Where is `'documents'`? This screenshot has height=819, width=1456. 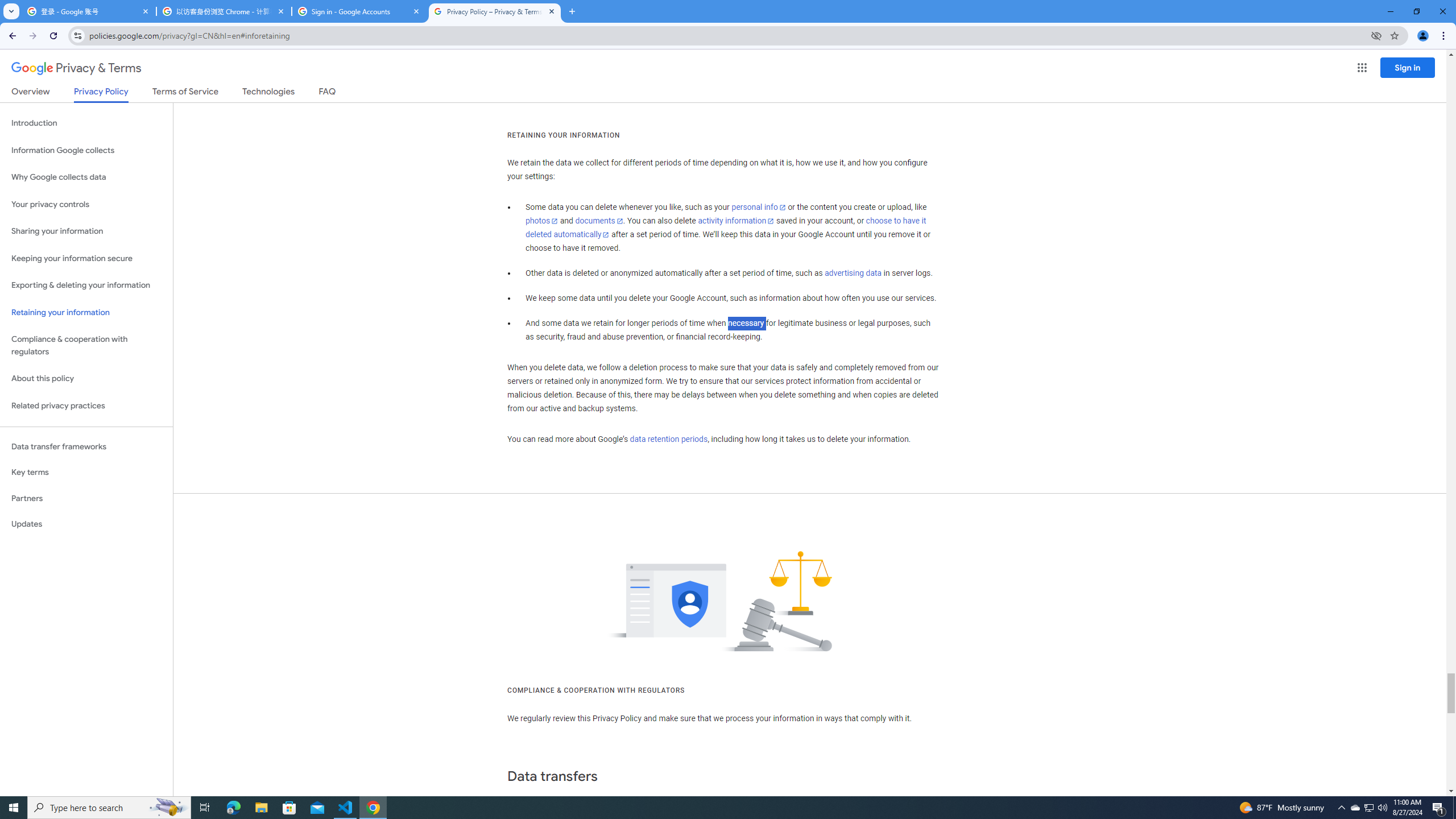 'documents' is located at coordinates (598, 220).